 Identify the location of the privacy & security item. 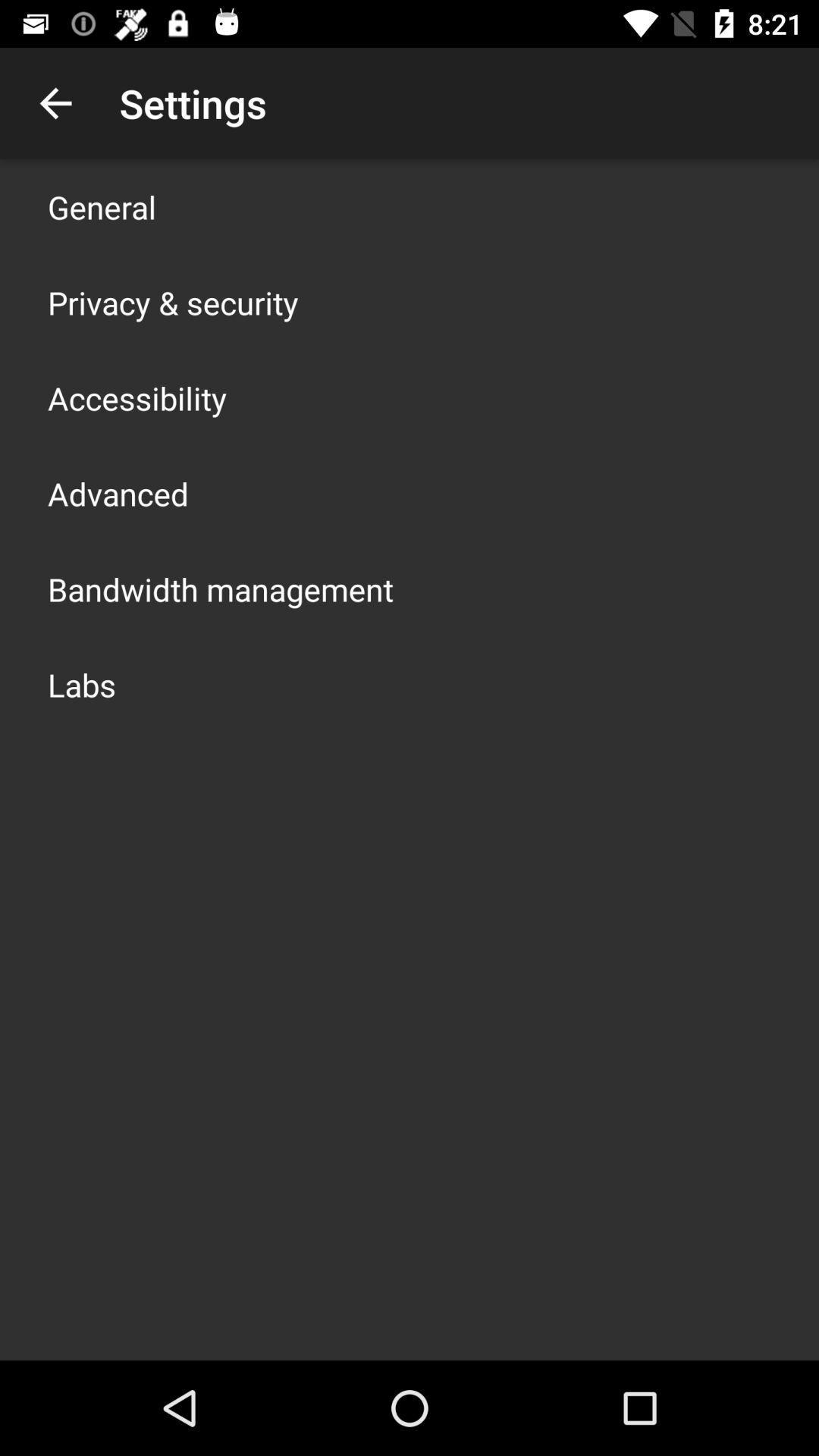
(172, 302).